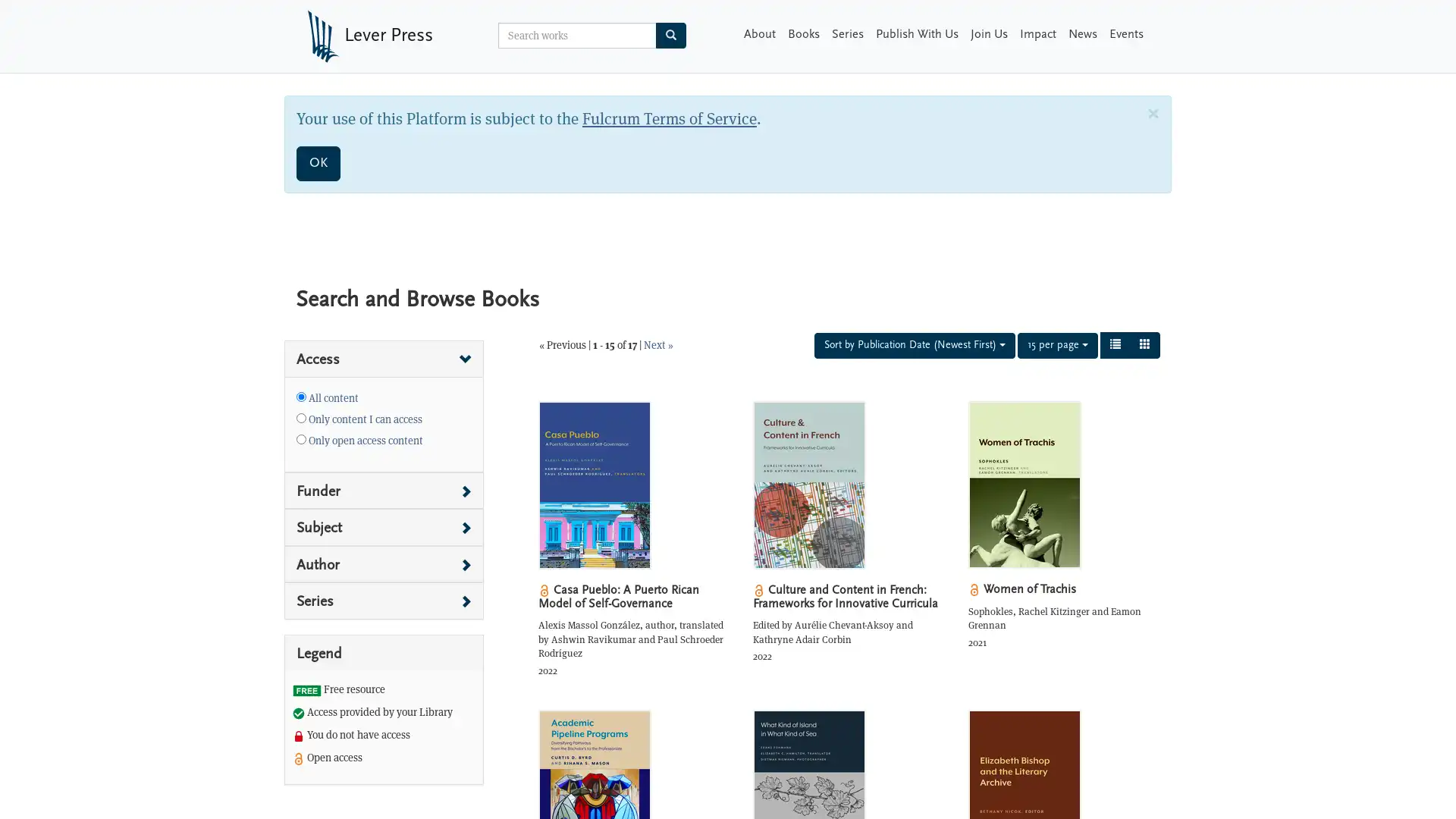  I want to click on Filter search results by Subject, so click(383, 526).